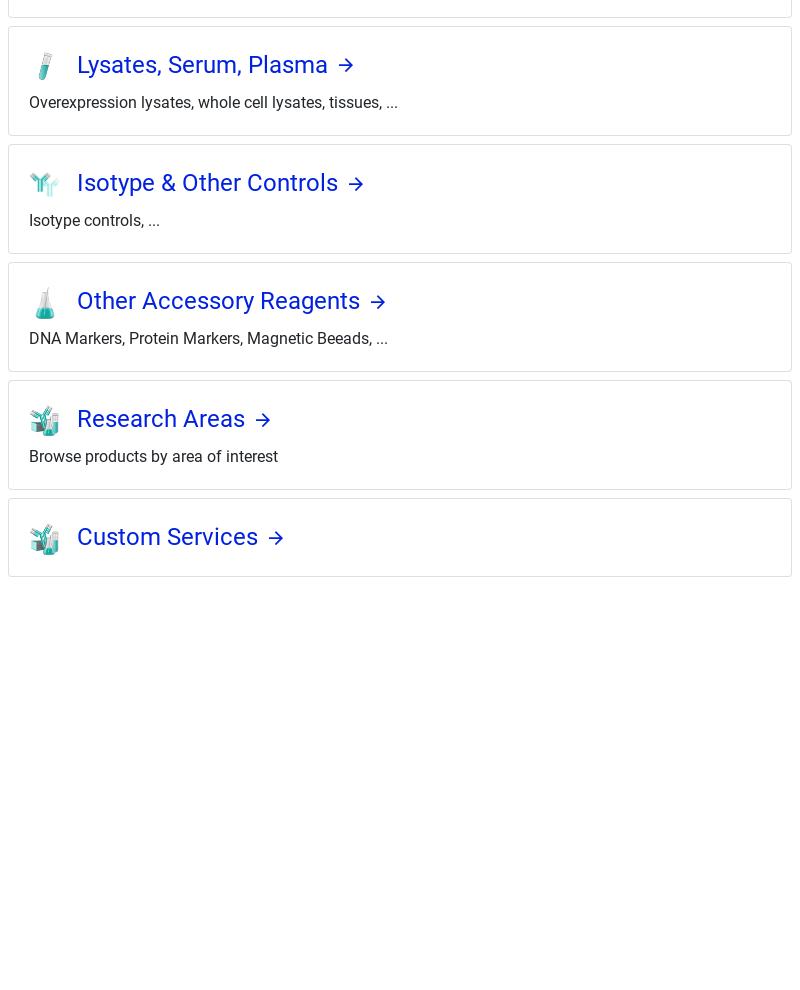 This screenshot has width=800, height=990. Describe the element at coordinates (39, 970) in the screenshot. I see `'CTG2 Proteins'` at that location.